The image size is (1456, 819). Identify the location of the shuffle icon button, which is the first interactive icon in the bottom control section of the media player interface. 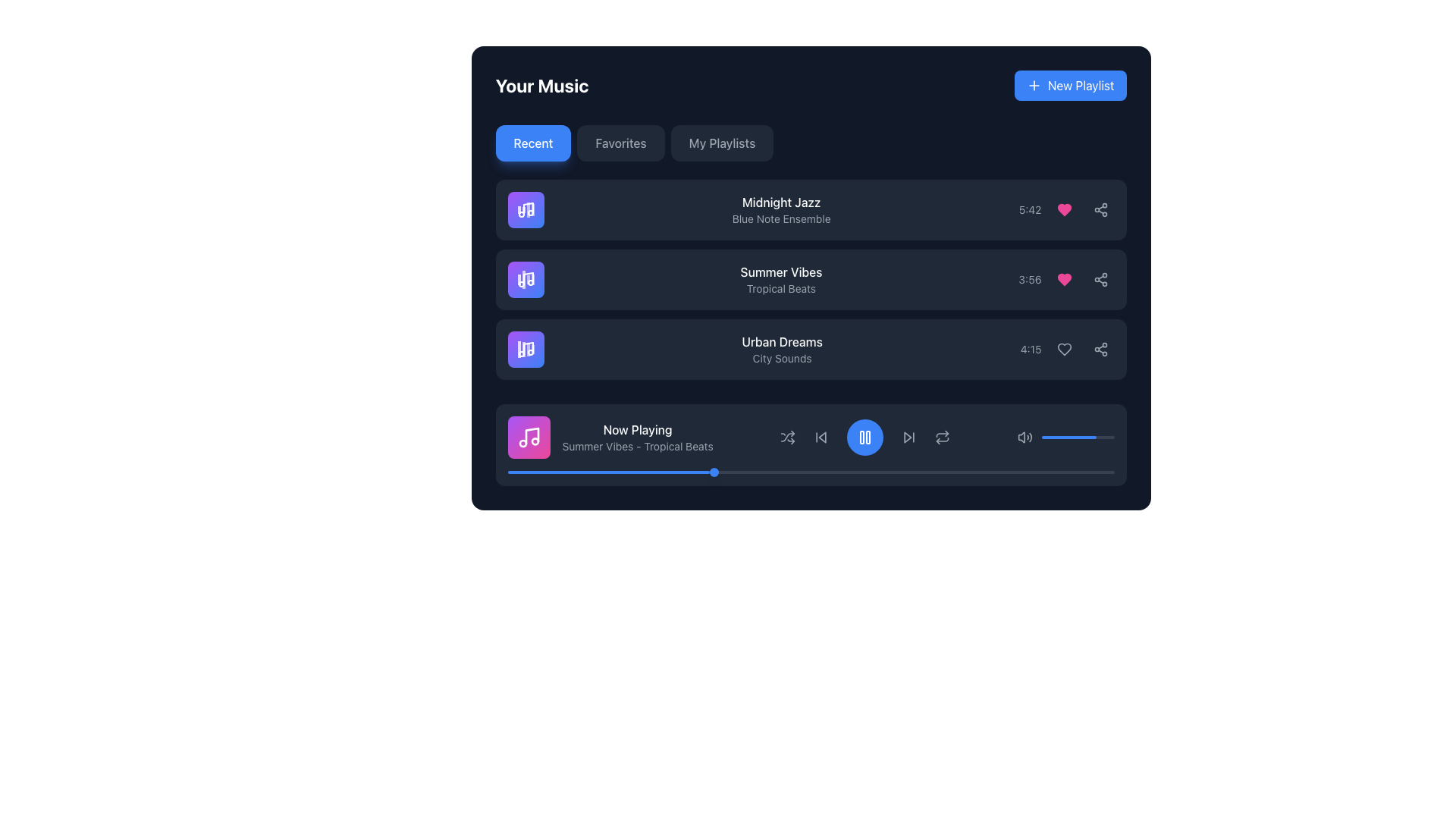
(788, 438).